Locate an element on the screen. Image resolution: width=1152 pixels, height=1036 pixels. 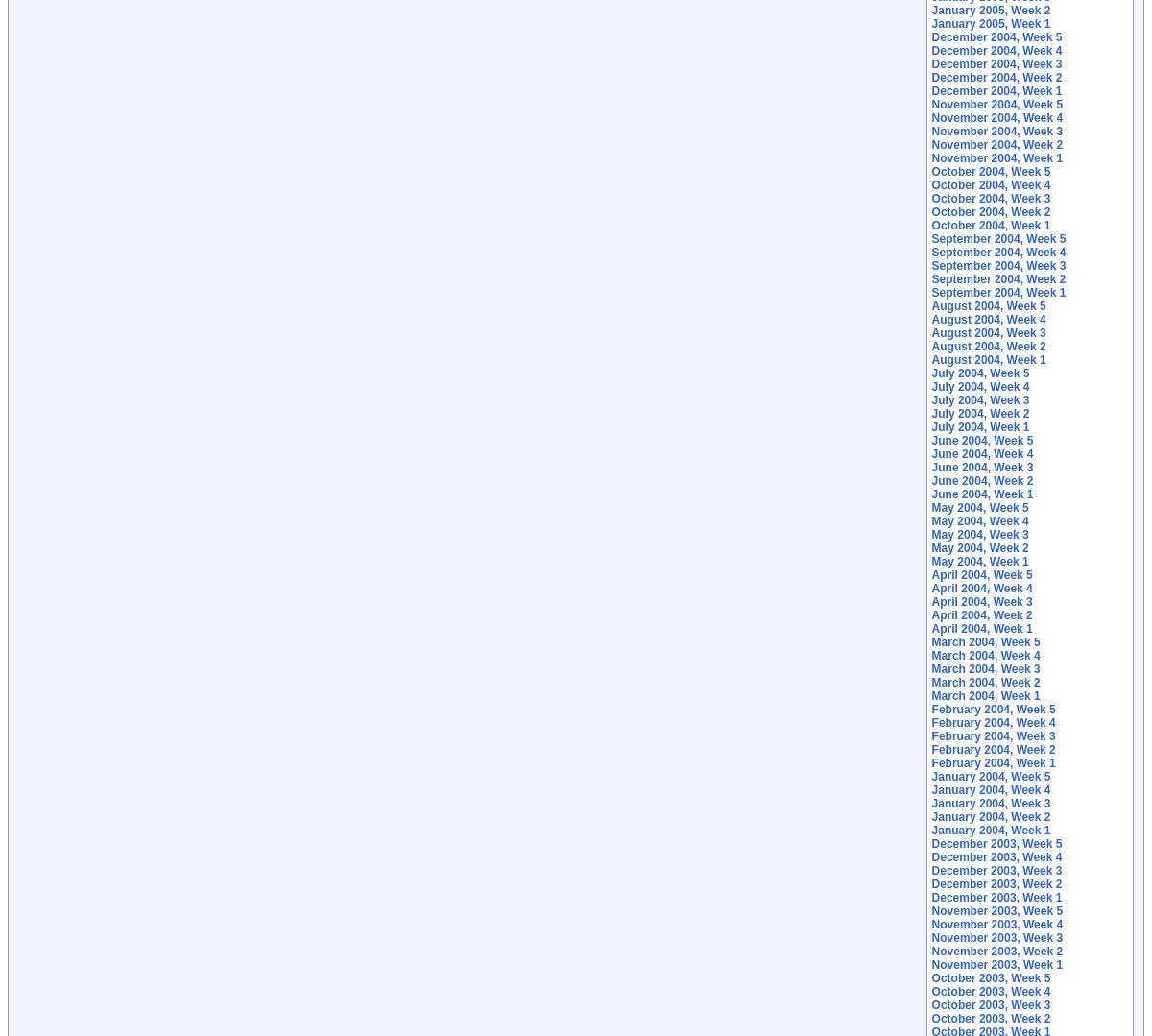
'August 2004, Week 2' is located at coordinates (988, 347).